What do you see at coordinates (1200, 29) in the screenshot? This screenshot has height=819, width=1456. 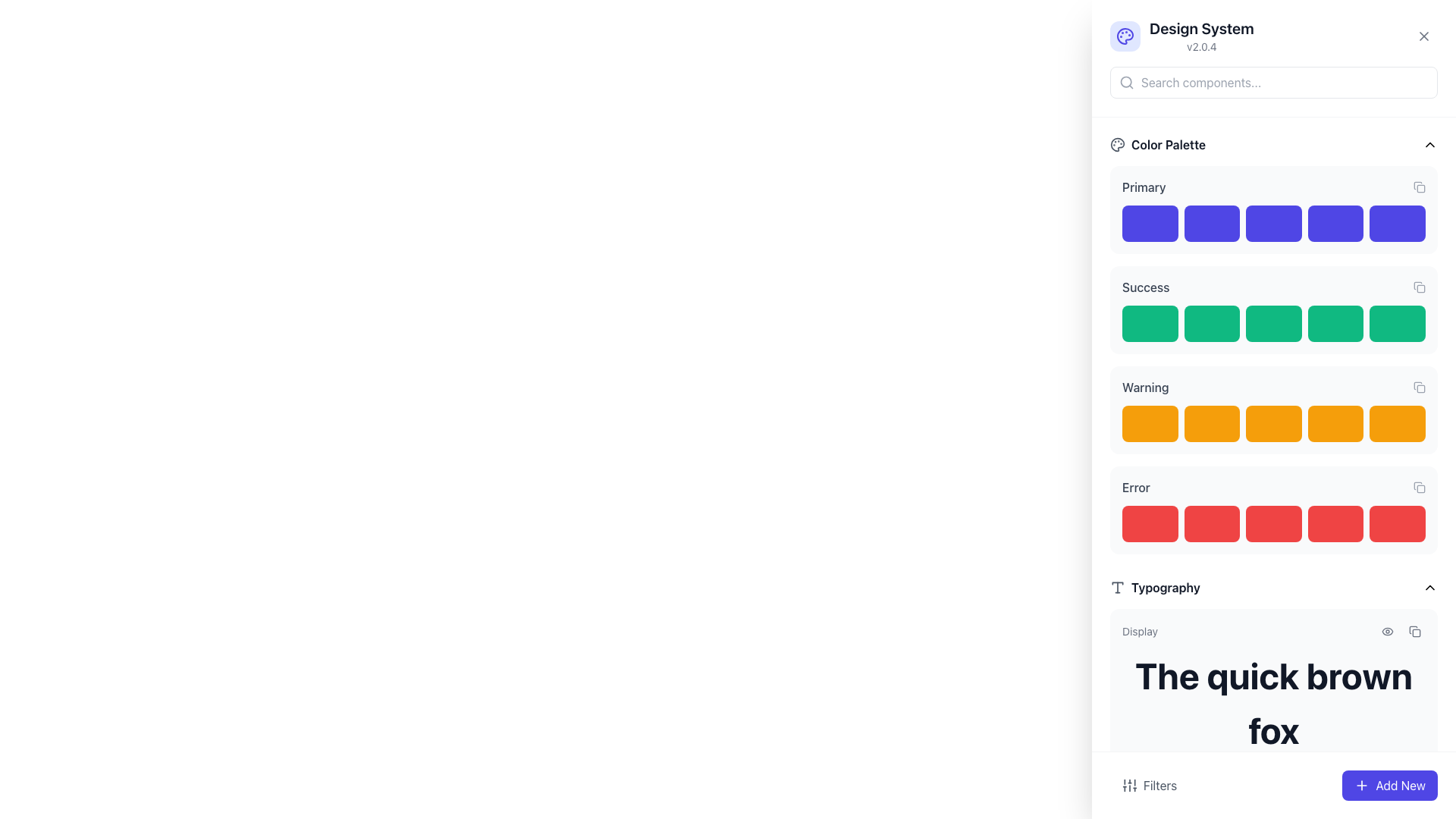 I see `text content of the header element displaying 'Design System' in bold, large font near the top-center of the right-hand side panel` at bounding box center [1200, 29].